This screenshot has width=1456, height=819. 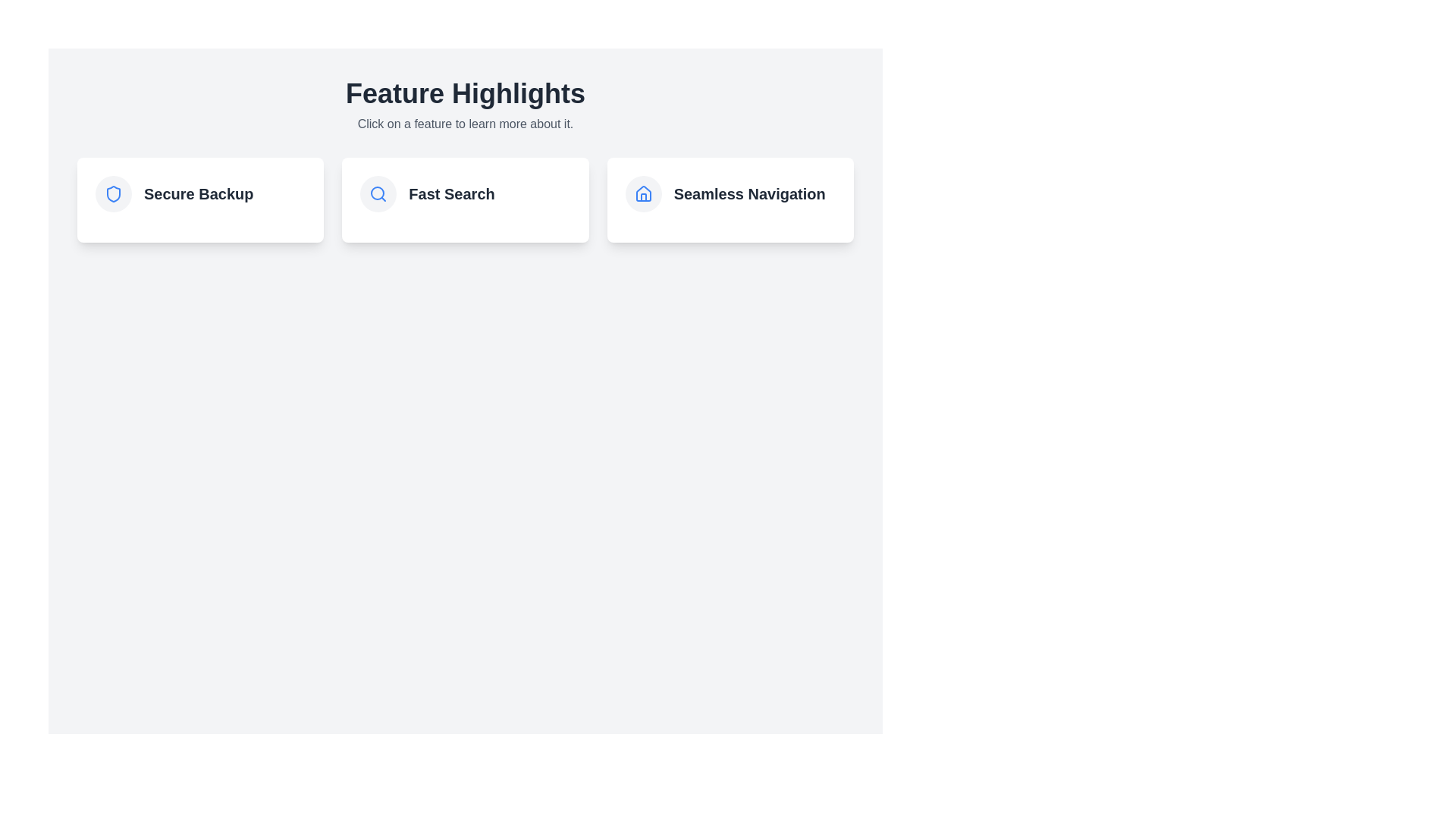 What do you see at coordinates (643, 193) in the screenshot?
I see `the rounded icon with a house symbol in the top right corner of the 'Seamless Navigation' feature card` at bounding box center [643, 193].